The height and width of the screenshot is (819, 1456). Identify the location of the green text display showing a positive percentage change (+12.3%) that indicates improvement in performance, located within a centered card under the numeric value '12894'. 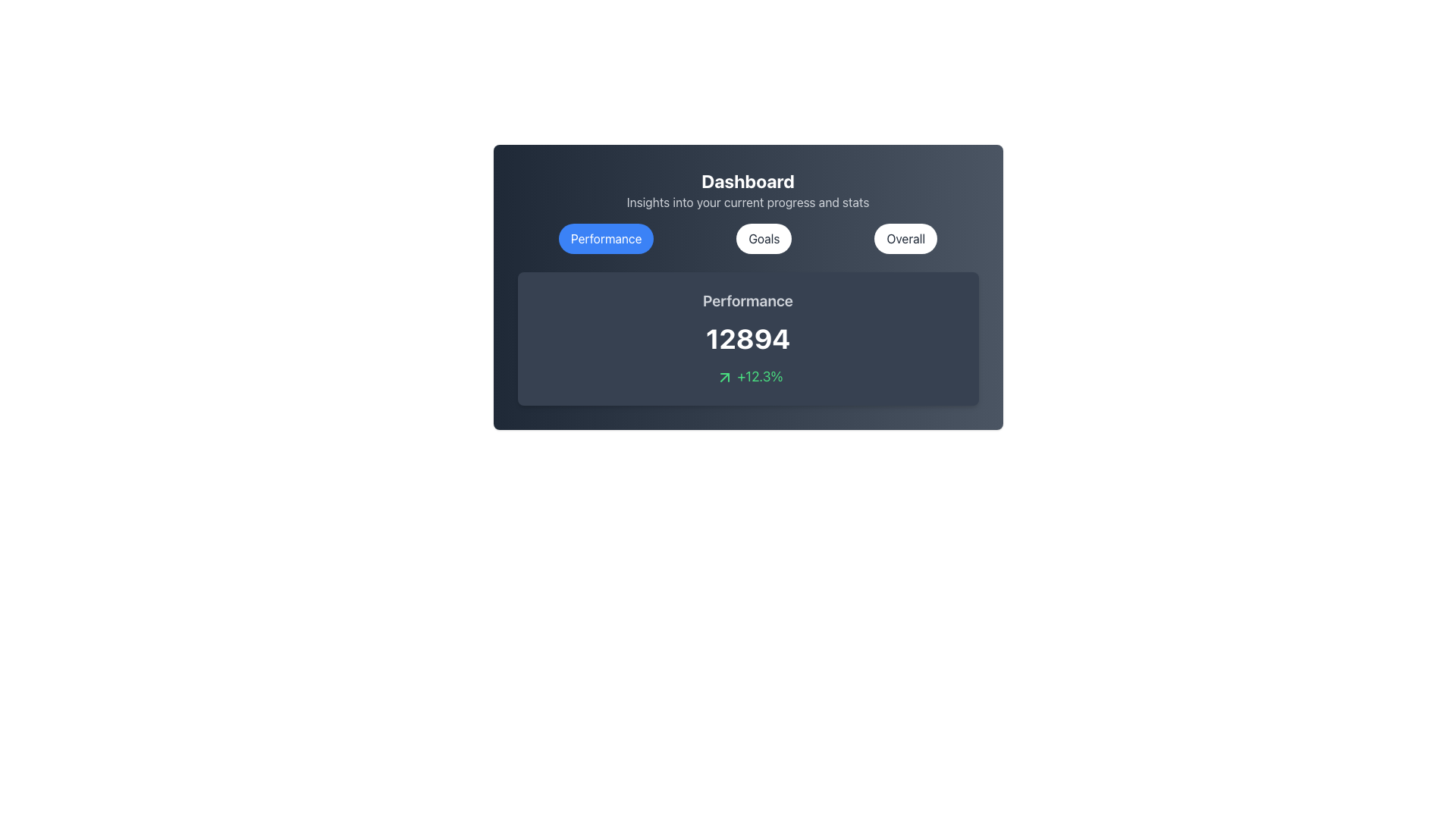
(748, 376).